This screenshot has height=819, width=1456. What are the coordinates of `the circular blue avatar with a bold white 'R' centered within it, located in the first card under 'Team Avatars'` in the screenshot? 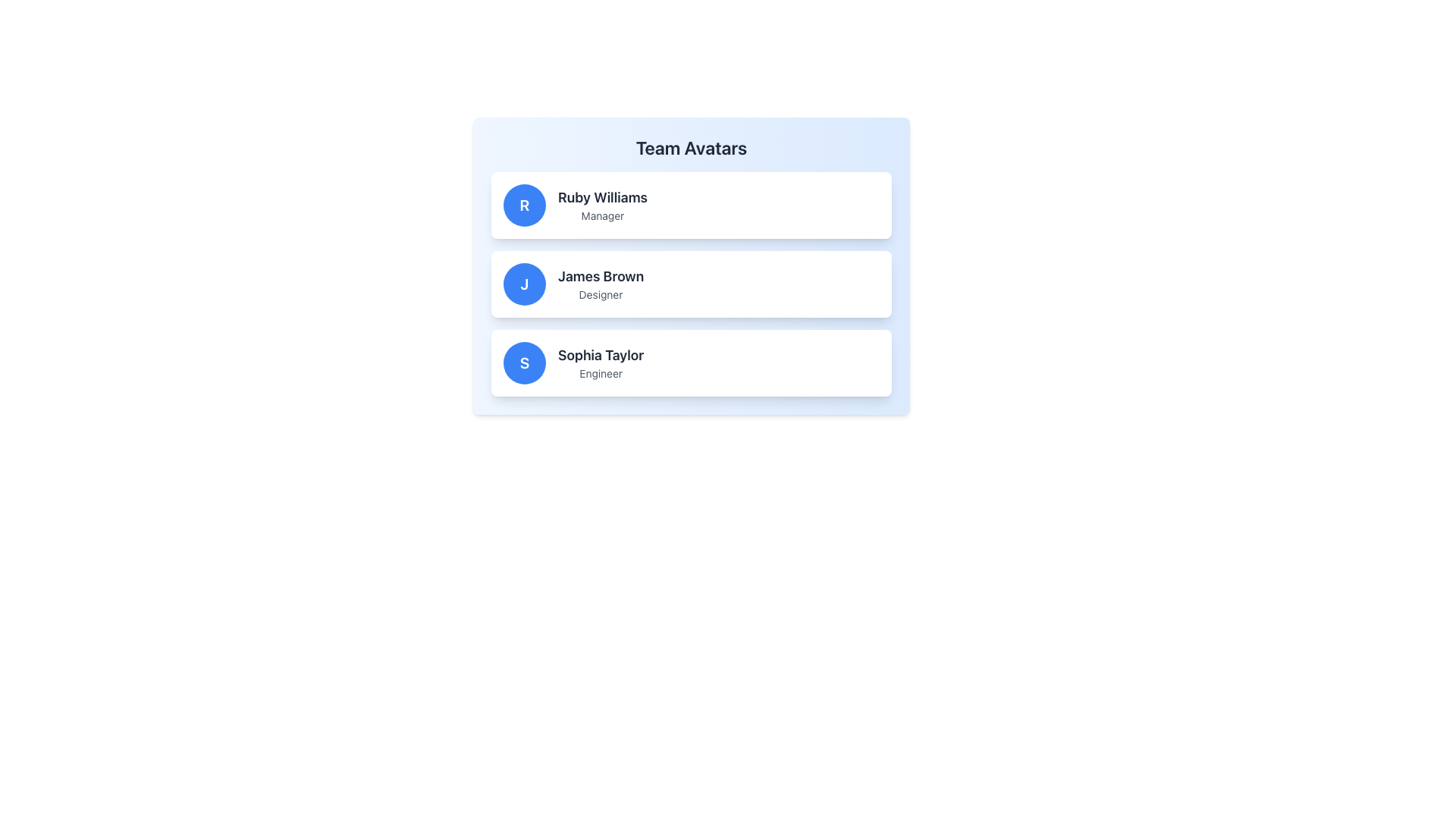 It's located at (524, 205).